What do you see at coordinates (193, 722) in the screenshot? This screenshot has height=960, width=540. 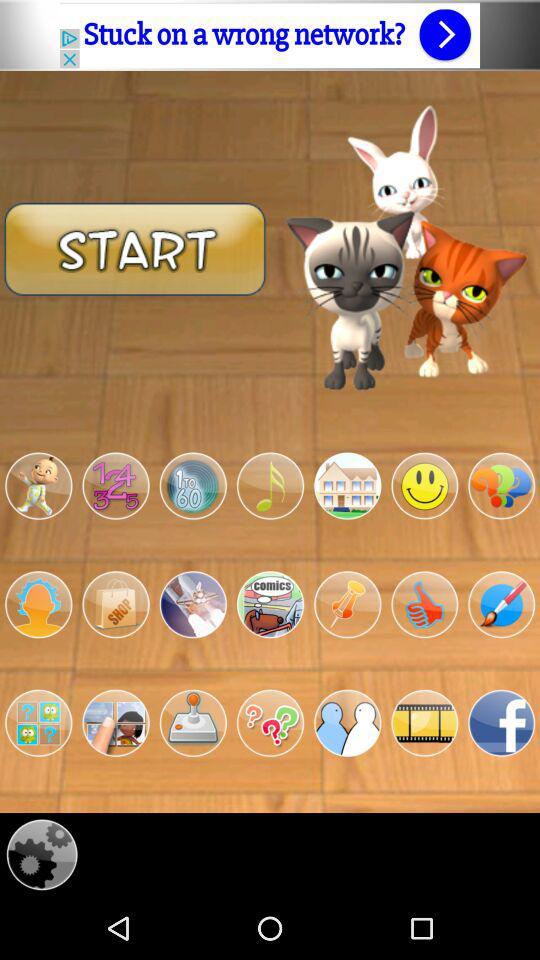 I see `open game pad` at bounding box center [193, 722].